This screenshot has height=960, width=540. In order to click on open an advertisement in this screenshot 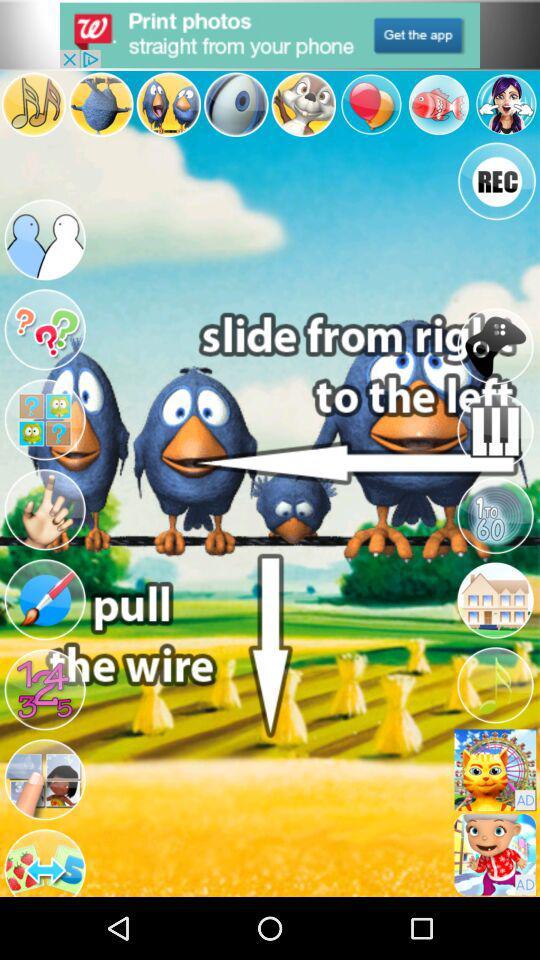, I will do `click(494, 853)`.